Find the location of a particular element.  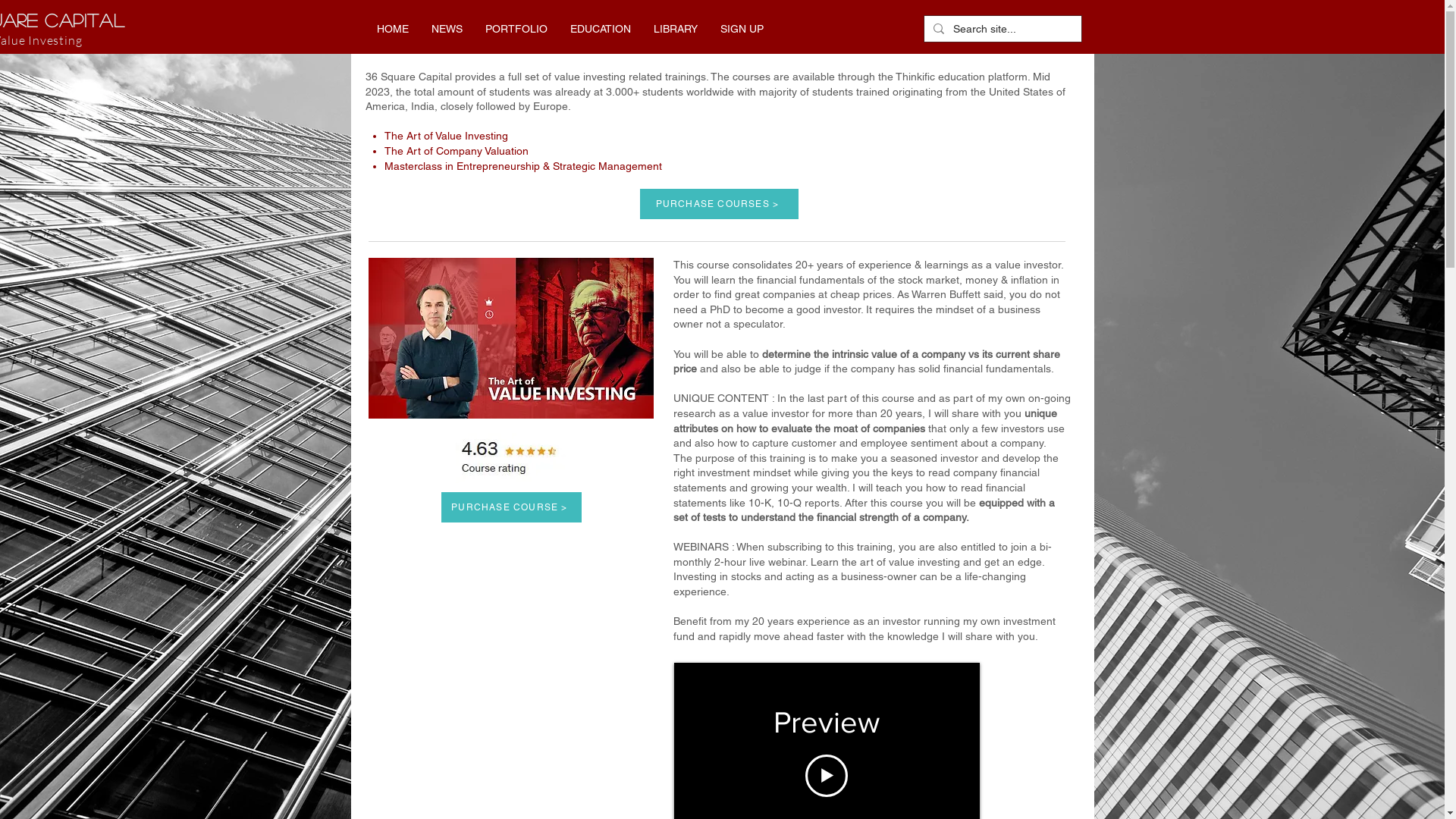

'NEWS' is located at coordinates (446, 29).